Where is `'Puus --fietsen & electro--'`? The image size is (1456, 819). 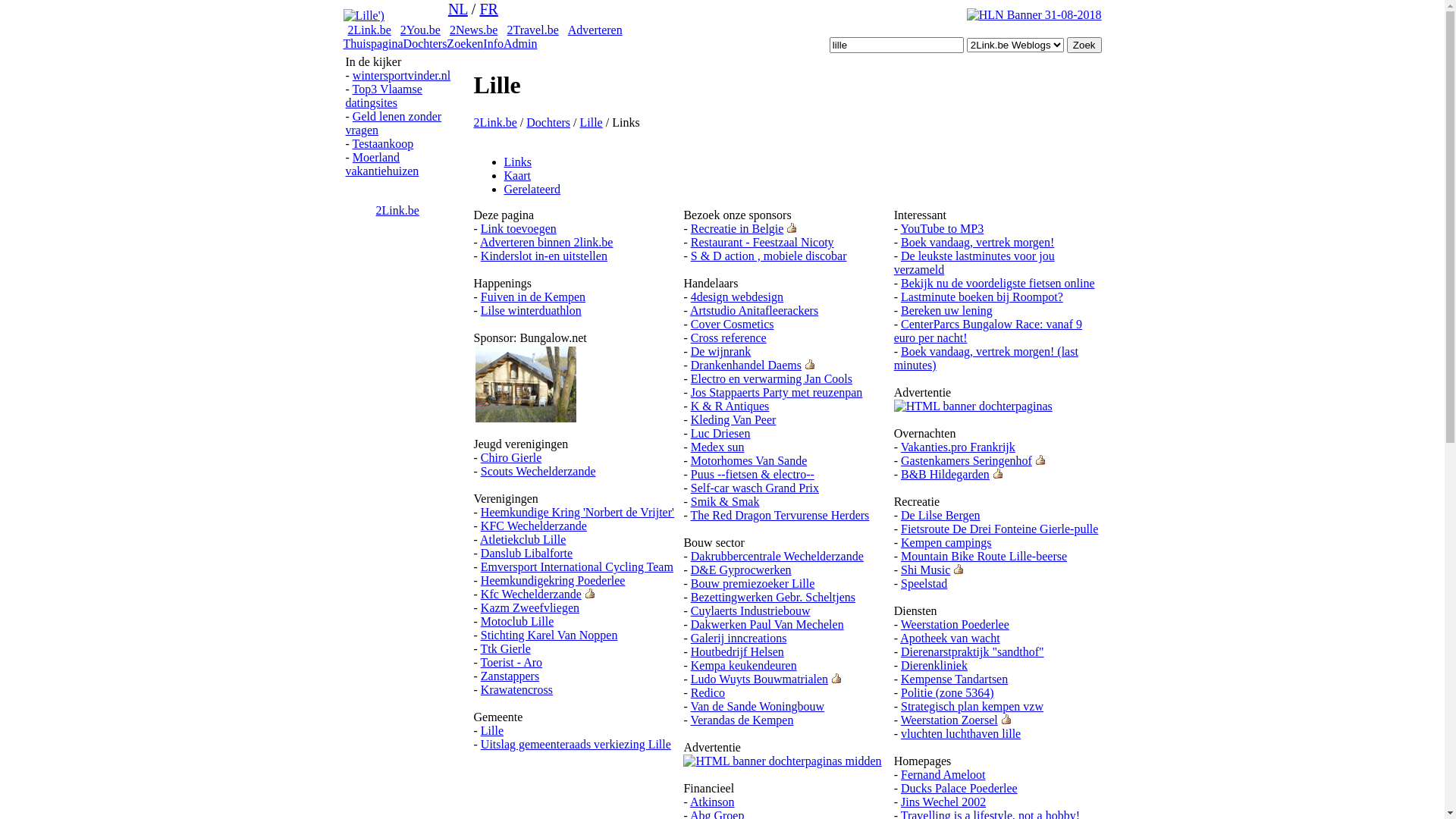 'Puus --fietsen & electro--' is located at coordinates (690, 473).